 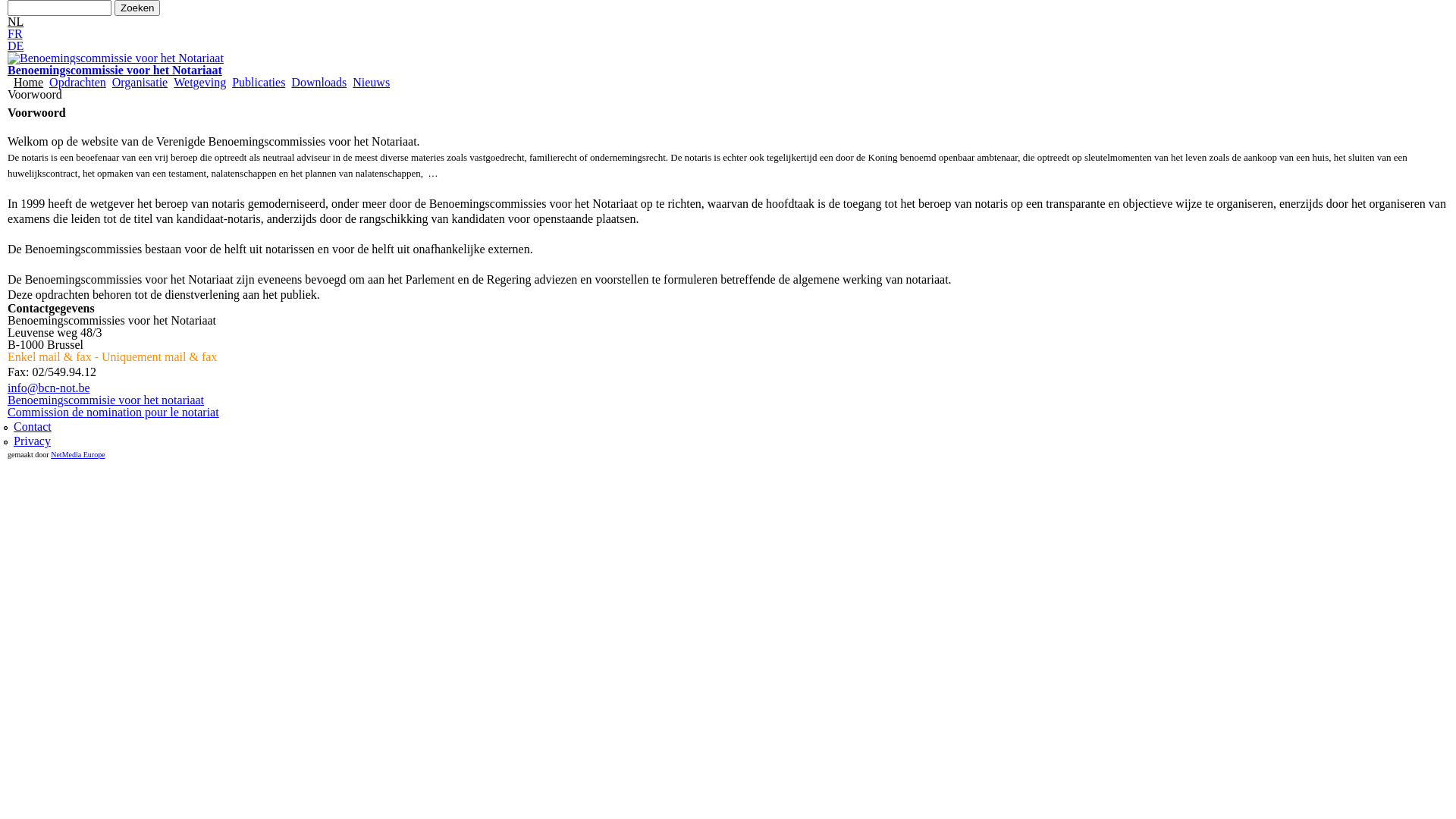 What do you see at coordinates (199, 82) in the screenshot?
I see `'Wetgeving'` at bounding box center [199, 82].